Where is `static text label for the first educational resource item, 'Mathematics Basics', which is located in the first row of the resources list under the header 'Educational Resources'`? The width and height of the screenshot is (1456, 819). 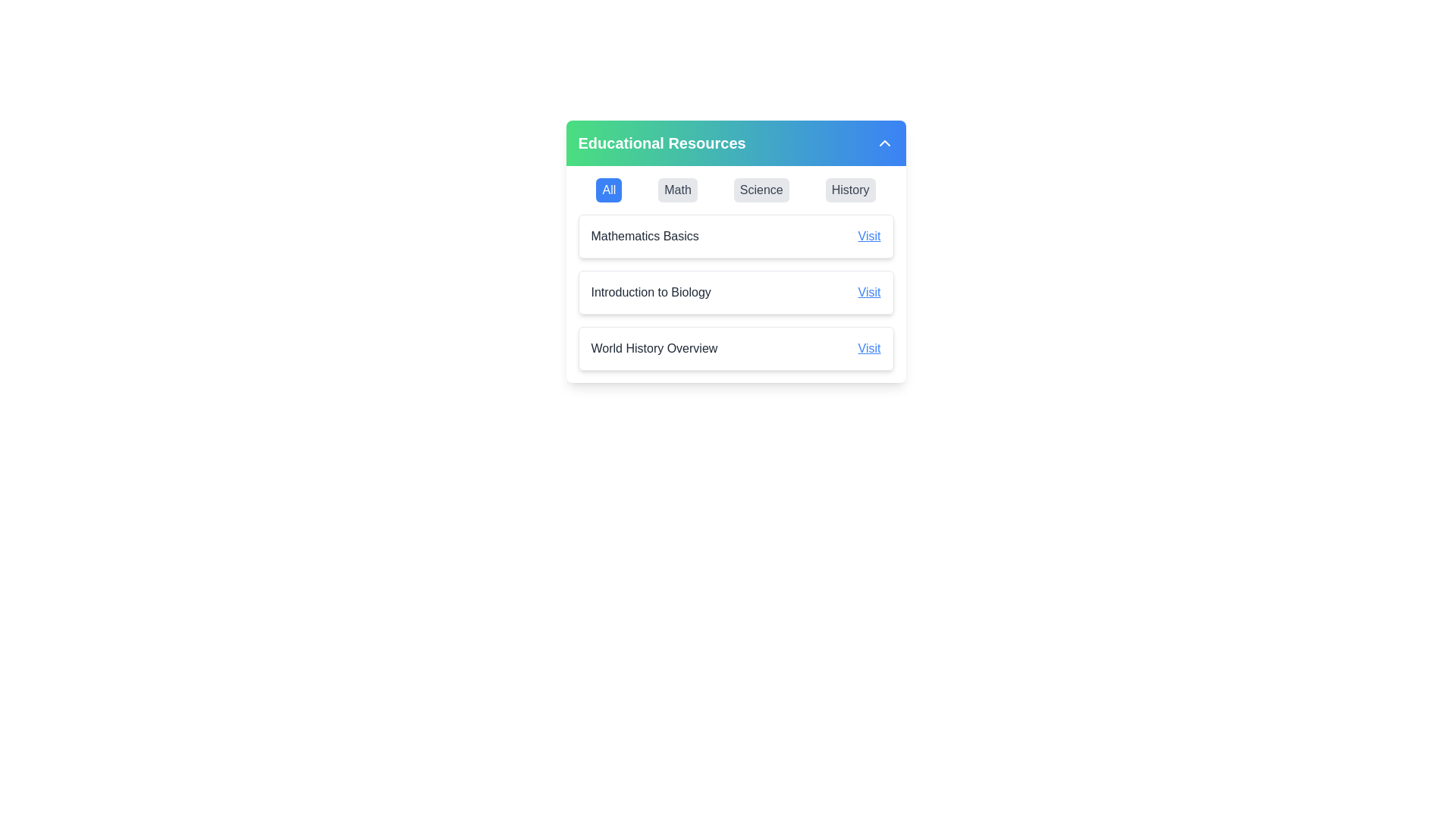
static text label for the first educational resource item, 'Mathematics Basics', which is located in the first row of the resources list under the header 'Educational Resources' is located at coordinates (645, 237).